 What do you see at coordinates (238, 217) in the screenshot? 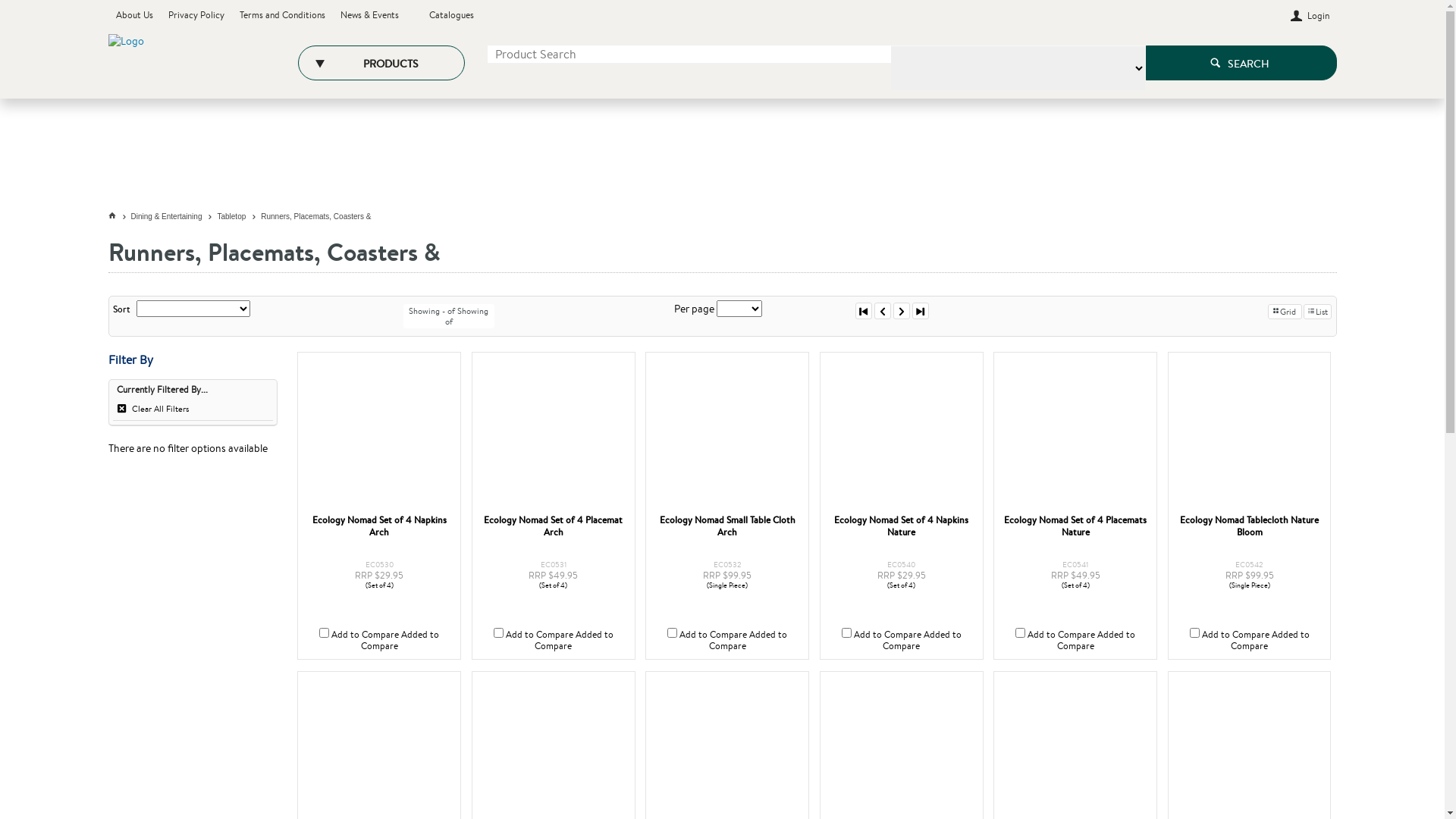
I see `'Tabletop'` at bounding box center [238, 217].